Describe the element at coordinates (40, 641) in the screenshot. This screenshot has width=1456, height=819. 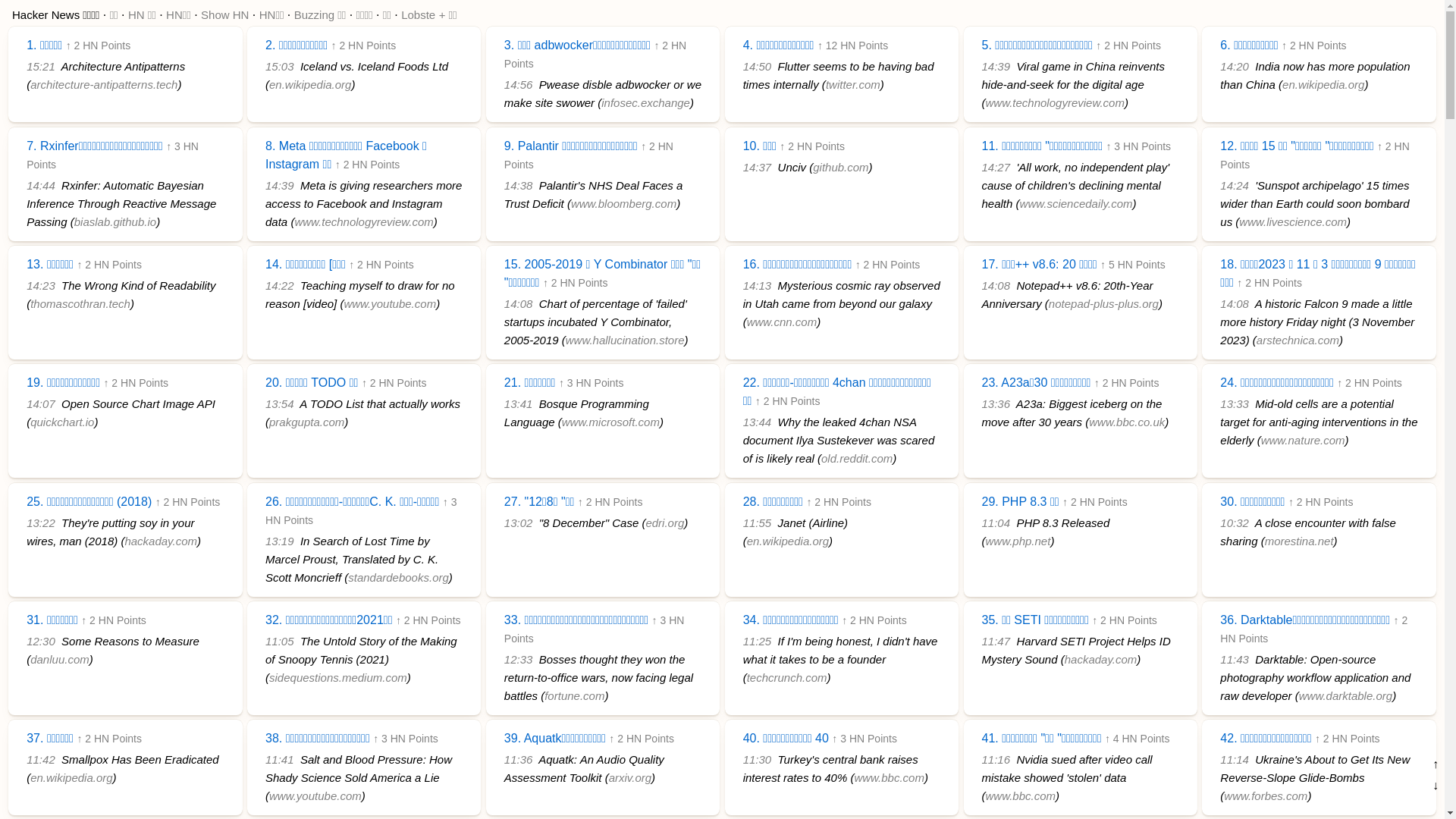
I see `'12:30'` at that location.